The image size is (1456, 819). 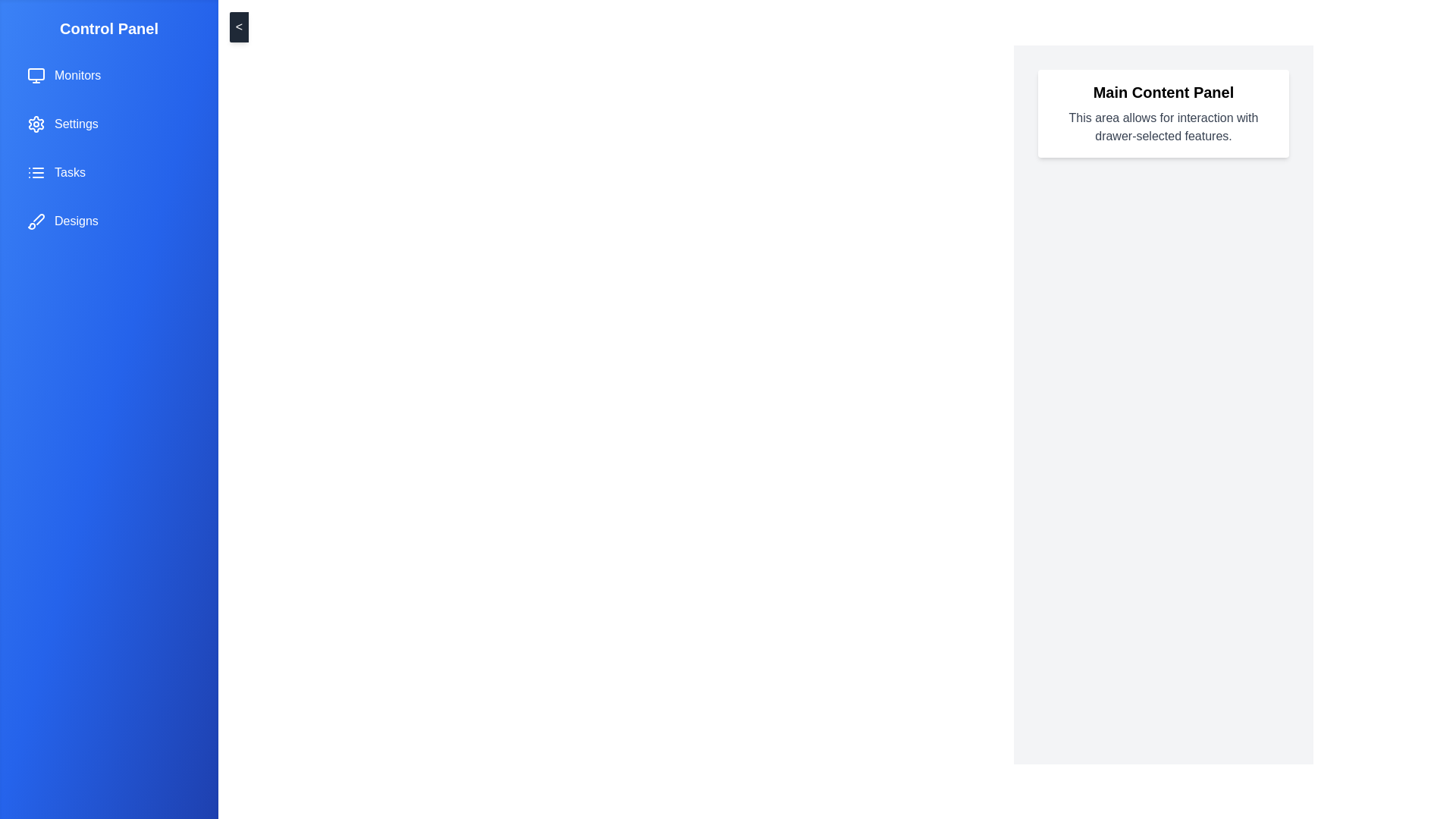 What do you see at coordinates (238, 27) in the screenshot?
I see `the toggle button to change the drawer's visibility` at bounding box center [238, 27].